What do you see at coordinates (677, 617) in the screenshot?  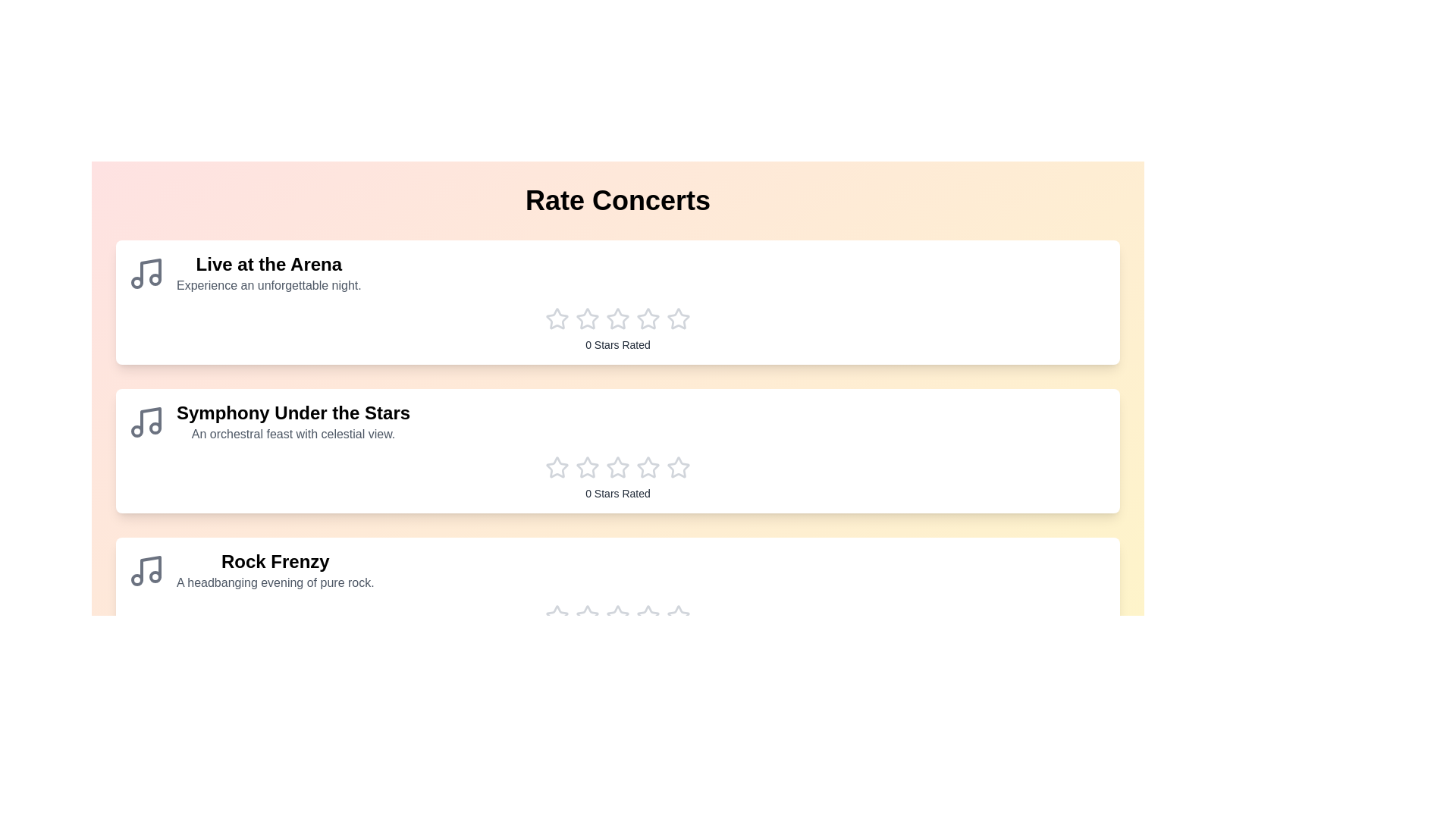 I see `the star corresponding to the rating 5 for the concert Rock Frenzy` at bounding box center [677, 617].